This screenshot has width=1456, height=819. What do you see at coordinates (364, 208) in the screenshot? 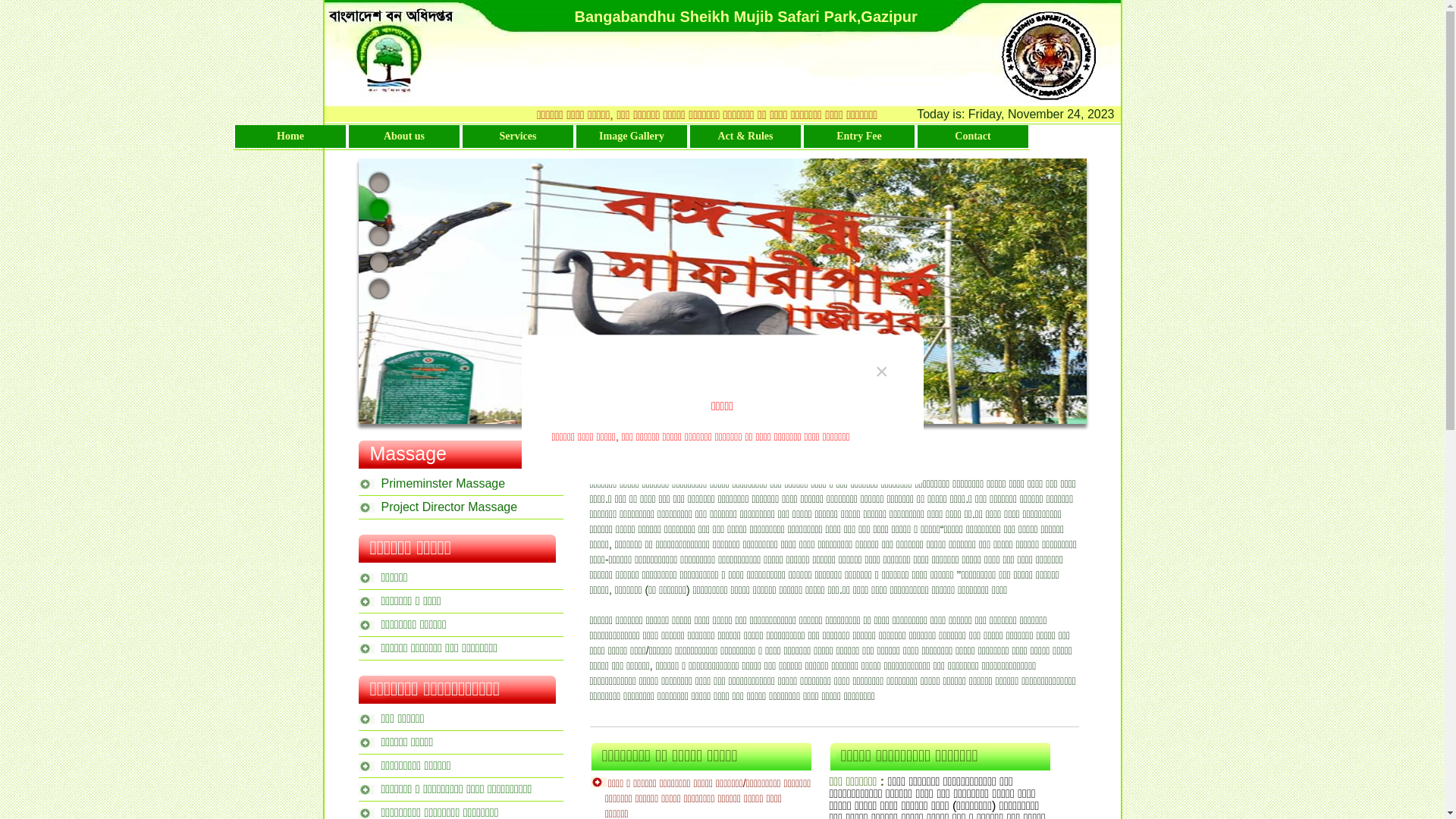
I see `'2'` at bounding box center [364, 208].